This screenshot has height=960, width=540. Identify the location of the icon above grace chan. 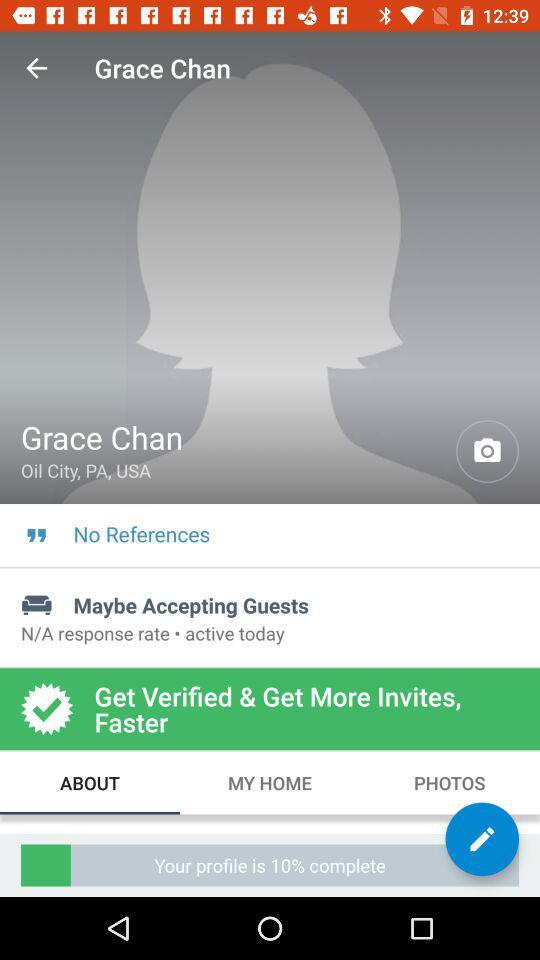
(36, 68).